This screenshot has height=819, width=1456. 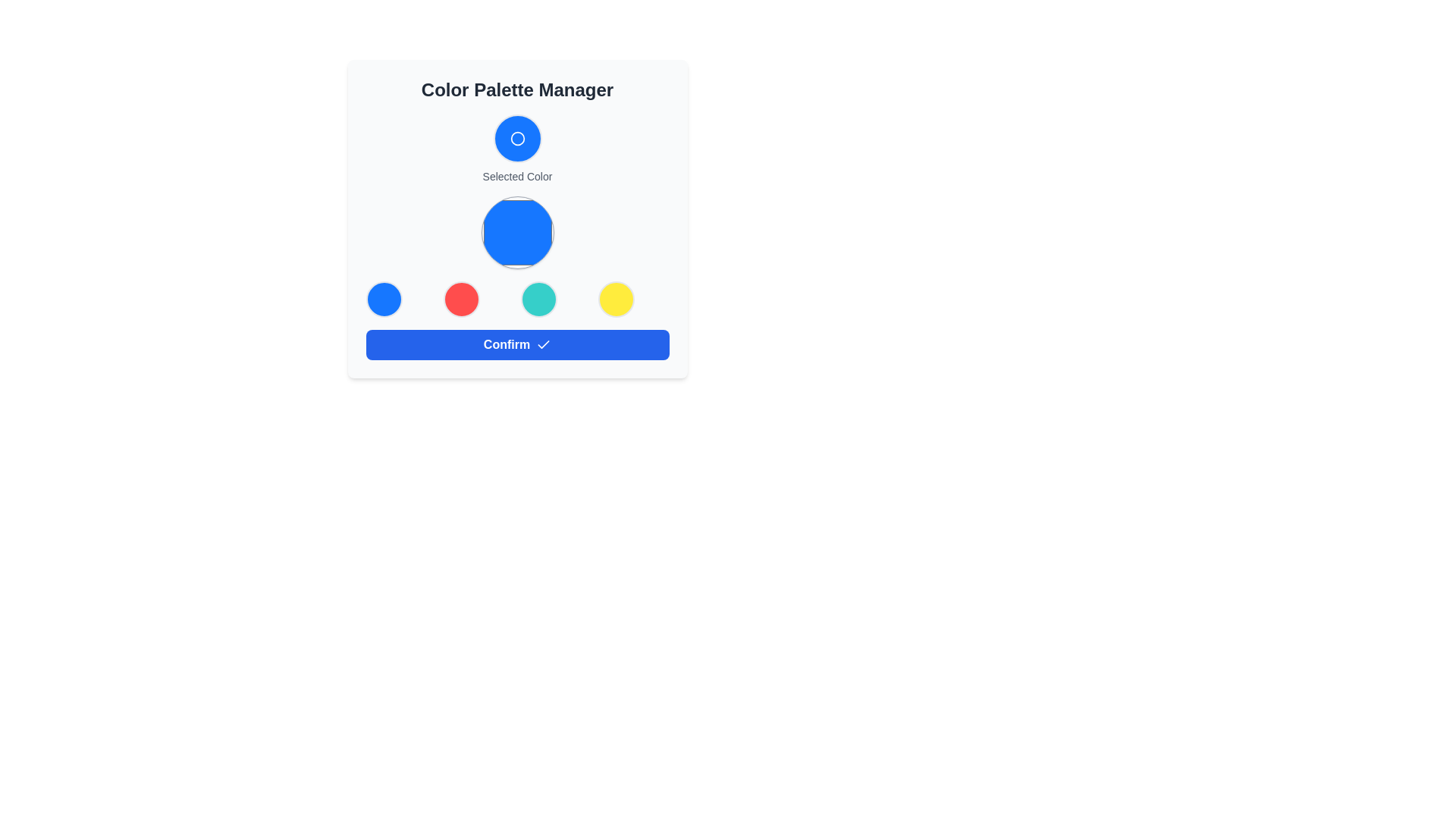 I want to click on the blue circular Display Panel with a white border and a smaller white circle in its center that is positioned above the 'Selected Color' label, so click(x=517, y=149).